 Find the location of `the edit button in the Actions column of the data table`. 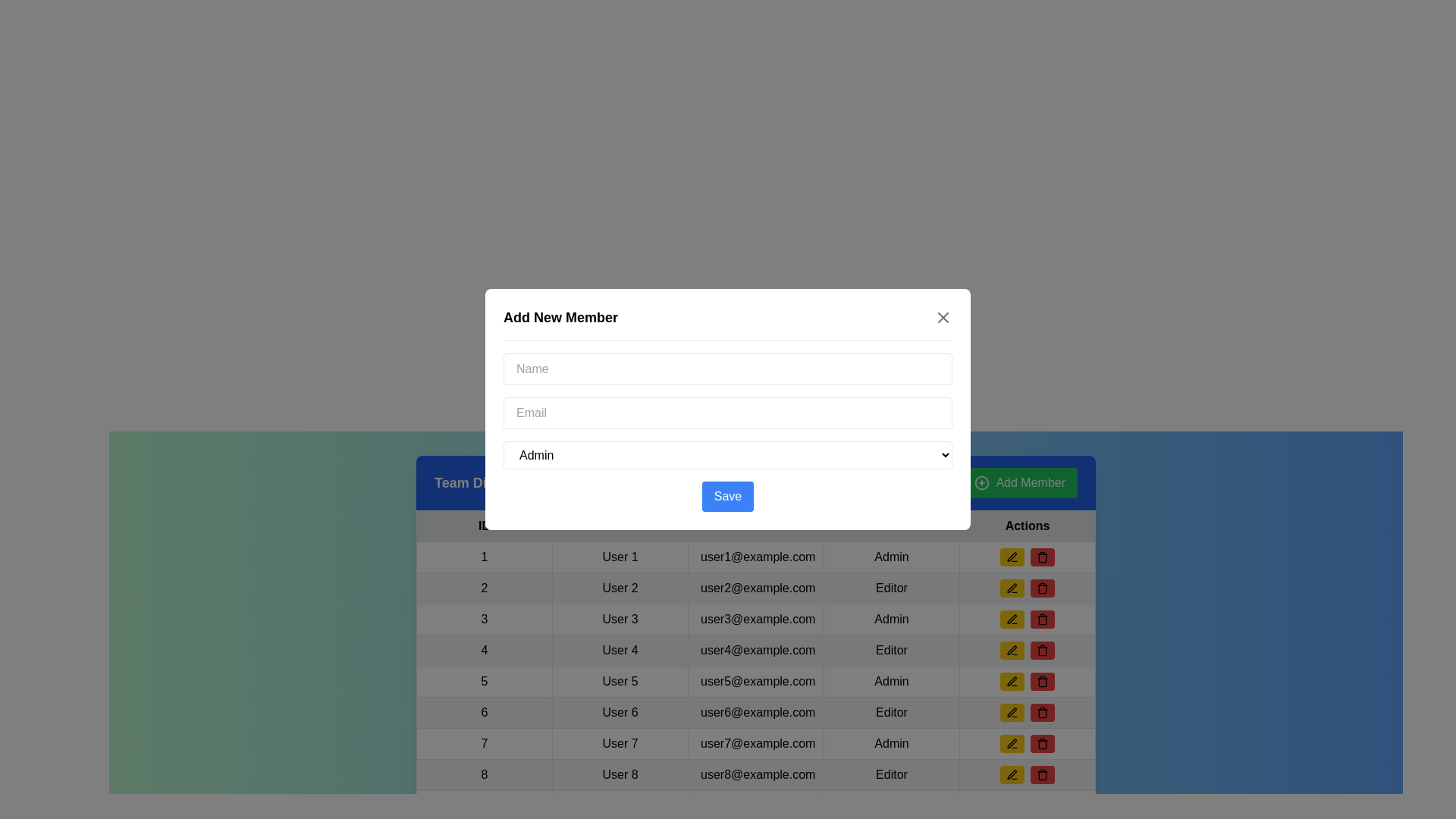

the edit button in the Actions column of the data table is located at coordinates (1027, 620).